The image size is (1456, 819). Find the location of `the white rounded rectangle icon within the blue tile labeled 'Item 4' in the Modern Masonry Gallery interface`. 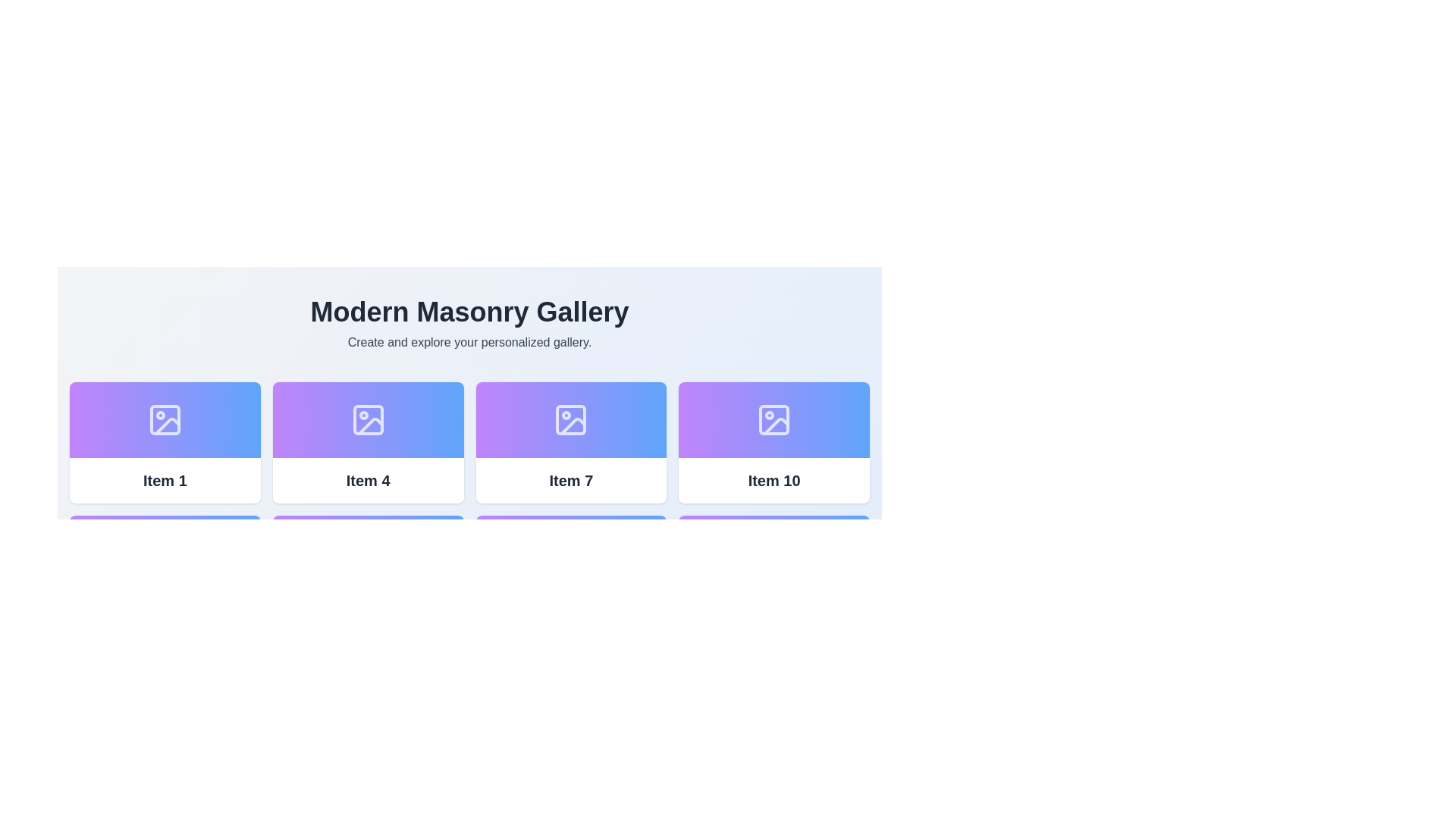

the white rounded rectangle icon within the blue tile labeled 'Item 4' in the Modern Masonry Gallery interface is located at coordinates (368, 420).